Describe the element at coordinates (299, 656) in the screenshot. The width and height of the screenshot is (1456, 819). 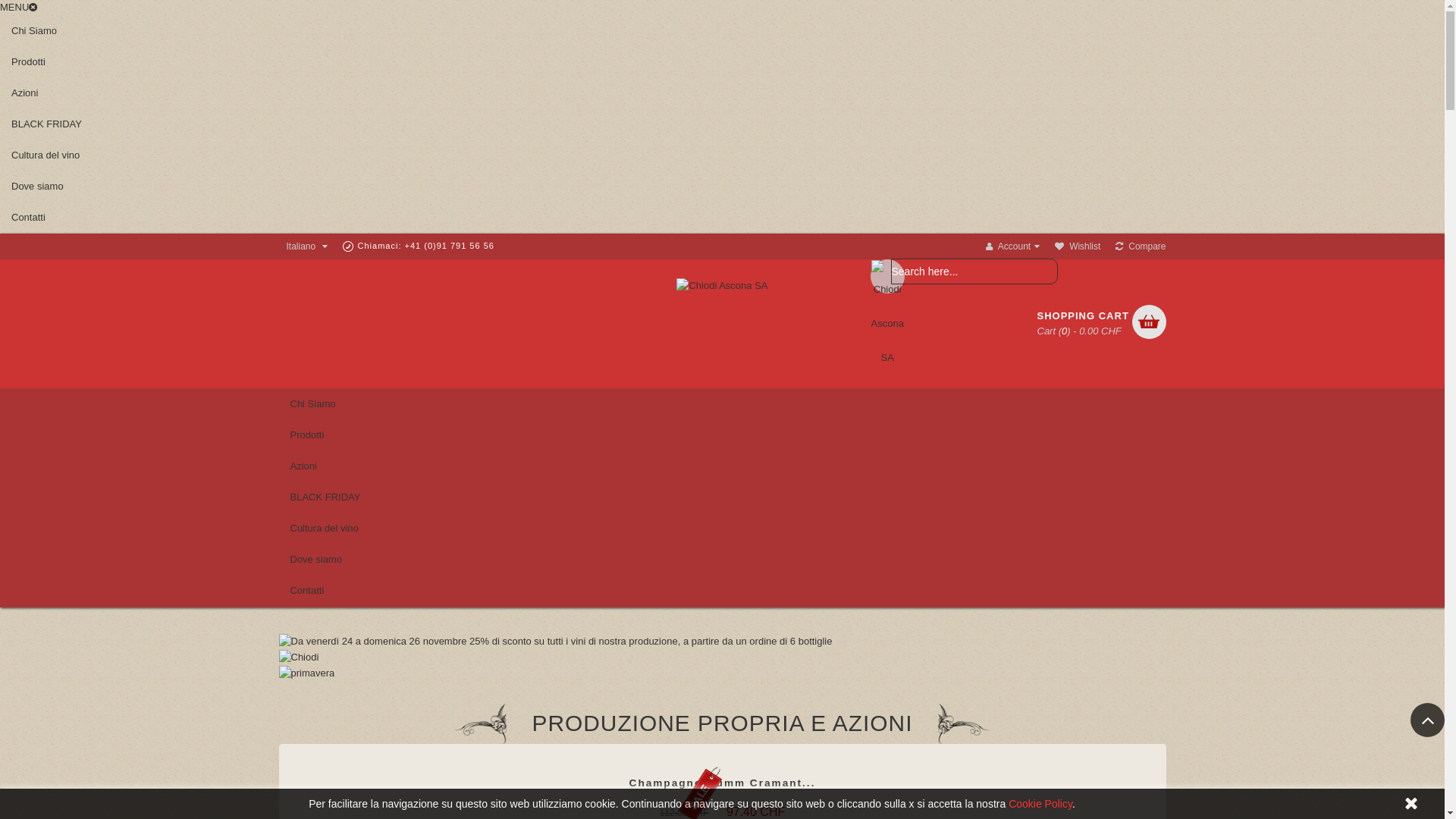
I see `'Chiodi'` at that location.